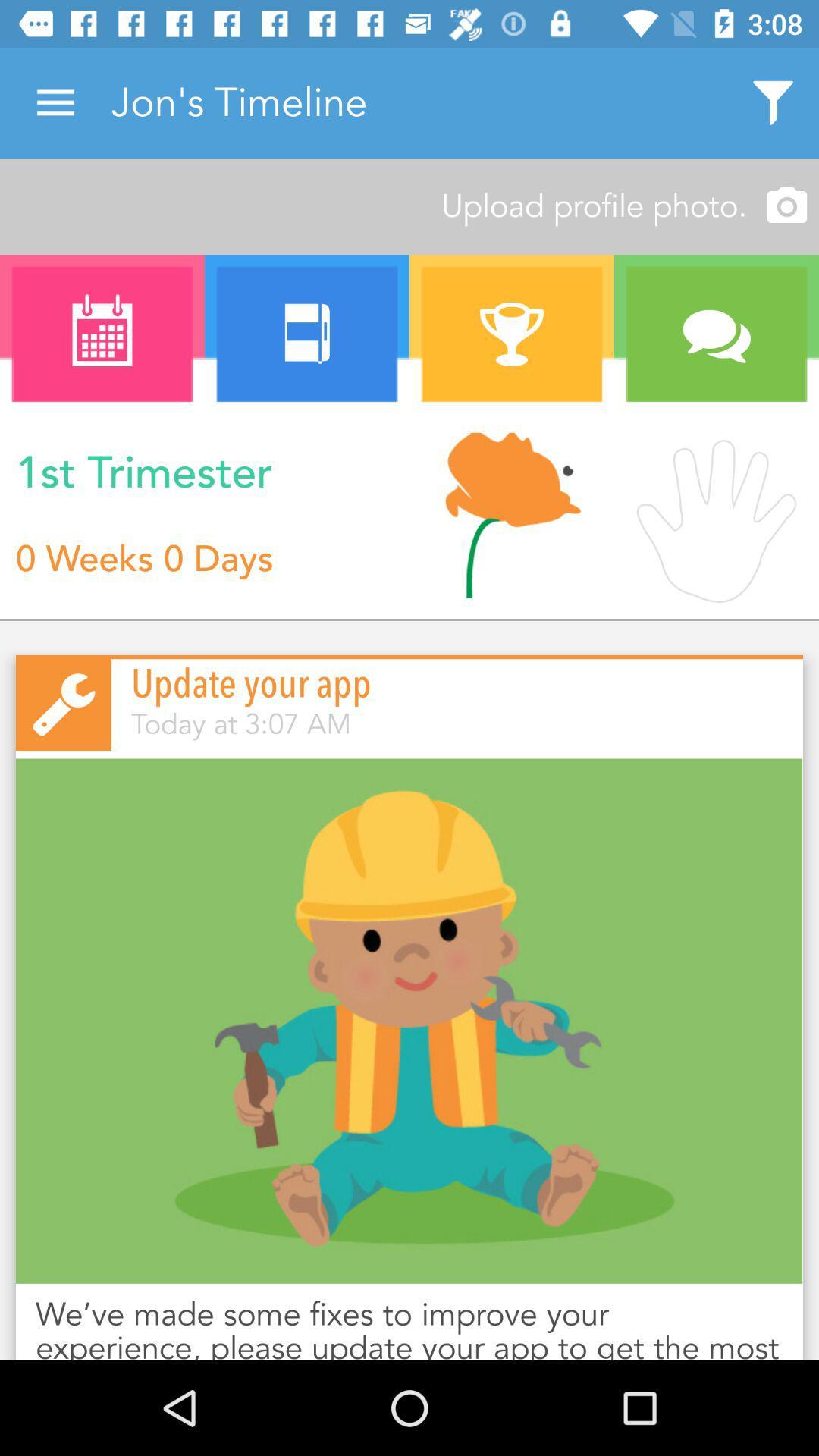 Image resolution: width=819 pixels, height=1456 pixels. I want to click on icon next to the jon's timeline, so click(55, 102).